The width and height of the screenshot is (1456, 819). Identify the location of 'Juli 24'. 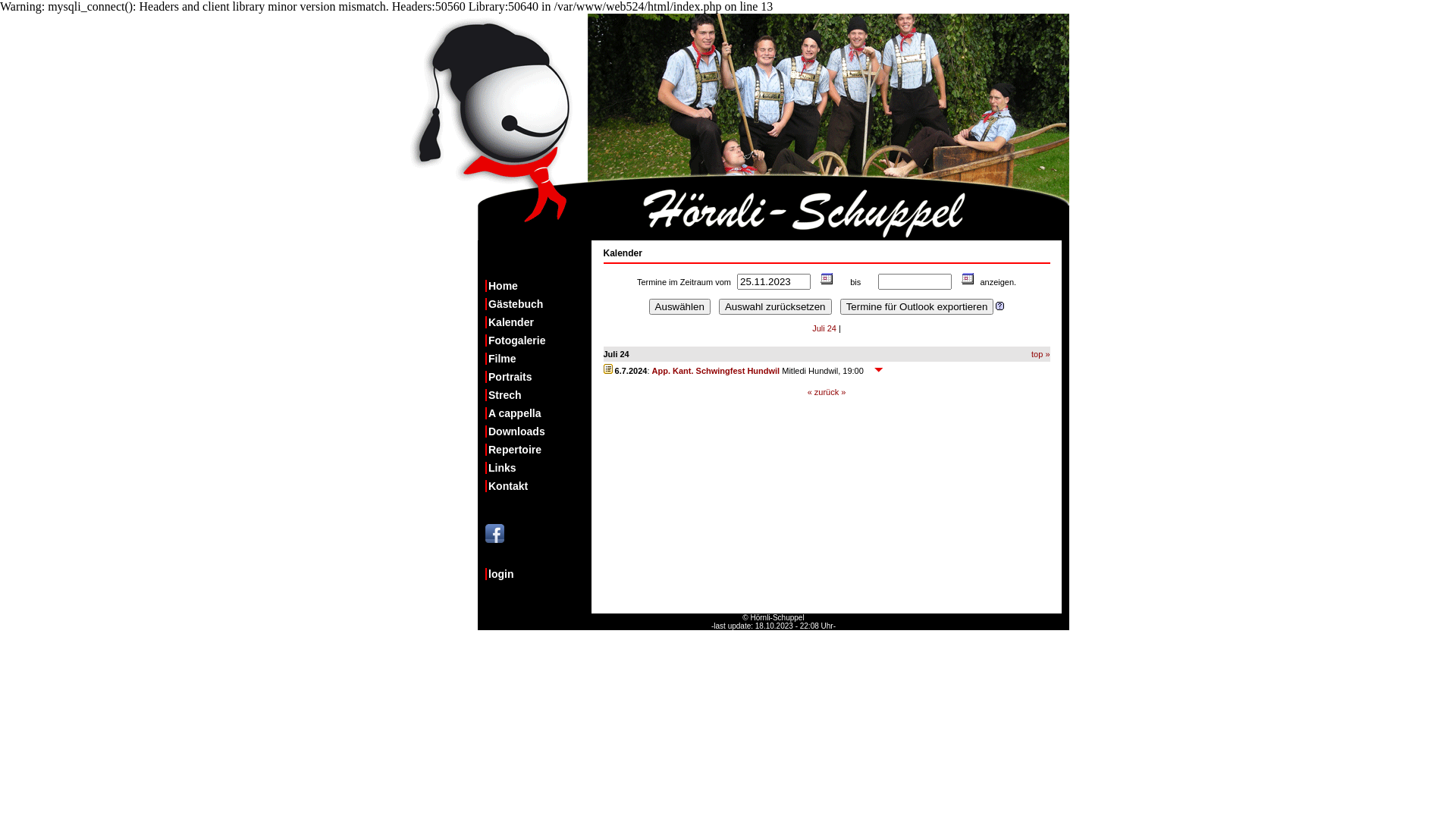
(823, 327).